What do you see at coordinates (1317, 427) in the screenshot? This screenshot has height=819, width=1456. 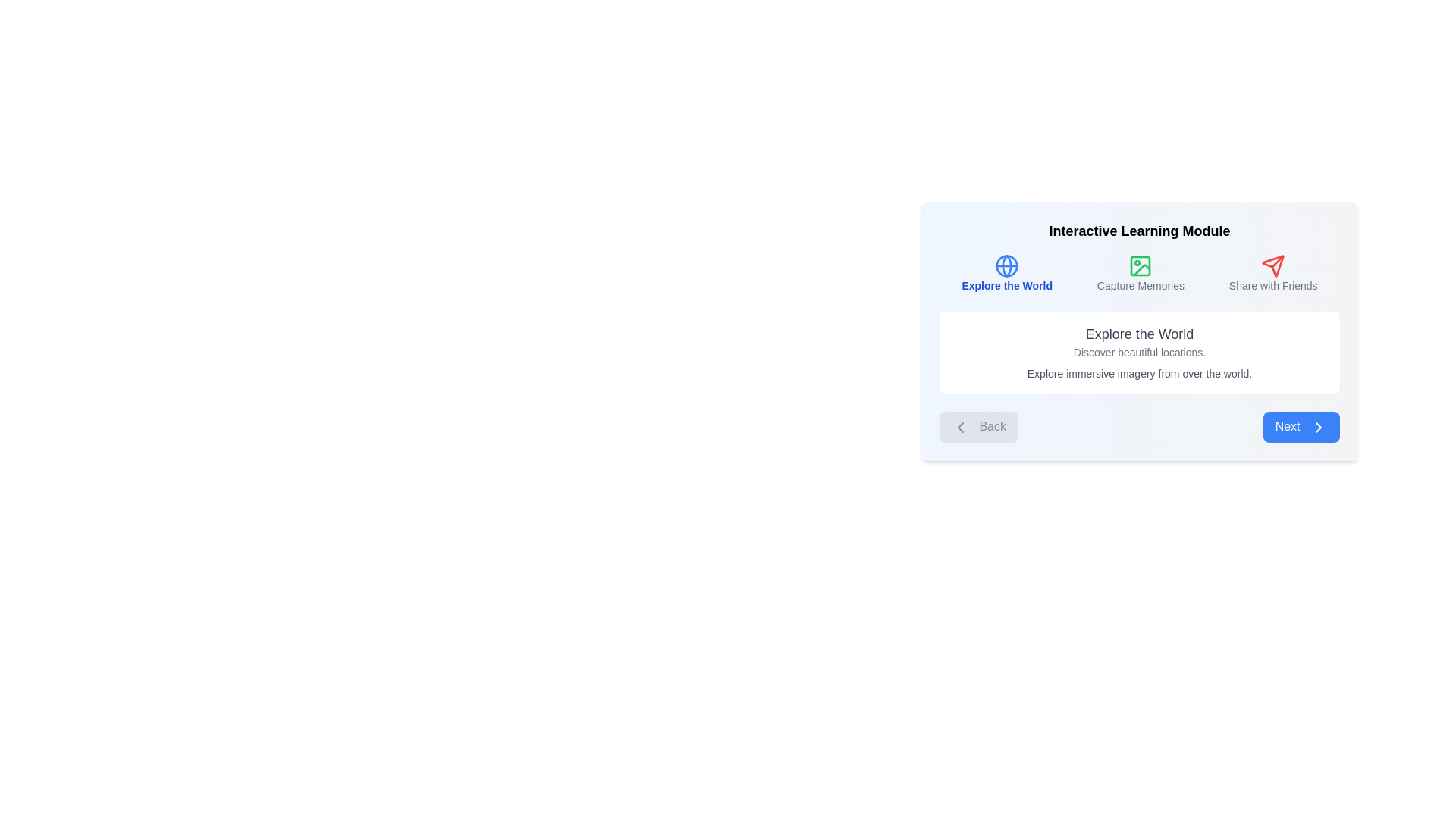 I see `the right-pointing arrow icon (chevron) located to the right of the 'Next' button` at bounding box center [1317, 427].